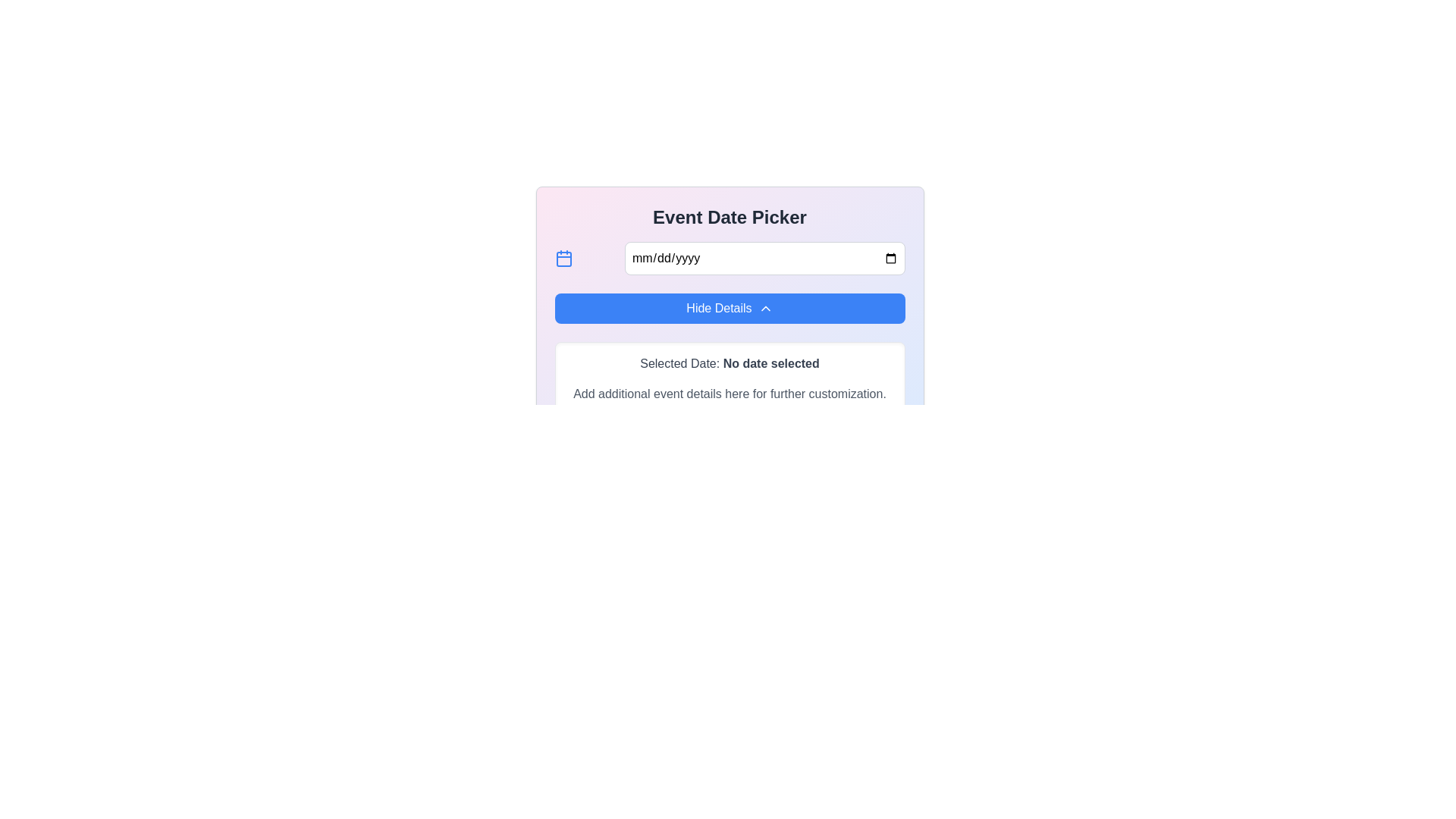  Describe the element at coordinates (765, 308) in the screenshot. I see `the small upward-pointing chevron arrow icon with a blue background located within the 'Hide Details' button` at that location.